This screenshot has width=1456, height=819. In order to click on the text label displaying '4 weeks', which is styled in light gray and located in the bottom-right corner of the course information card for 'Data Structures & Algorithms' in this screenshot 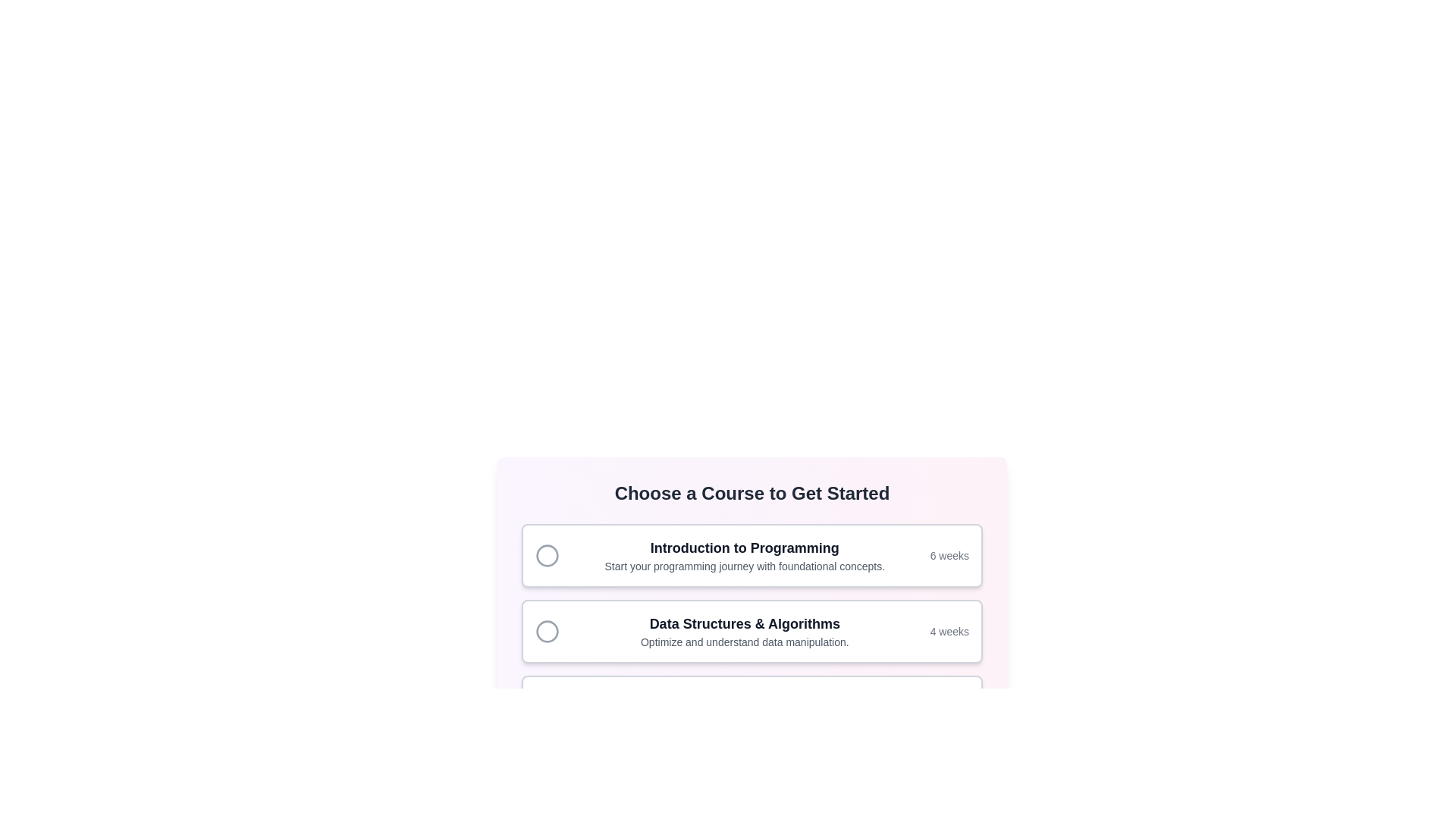, I will do `click(949, 632)`.